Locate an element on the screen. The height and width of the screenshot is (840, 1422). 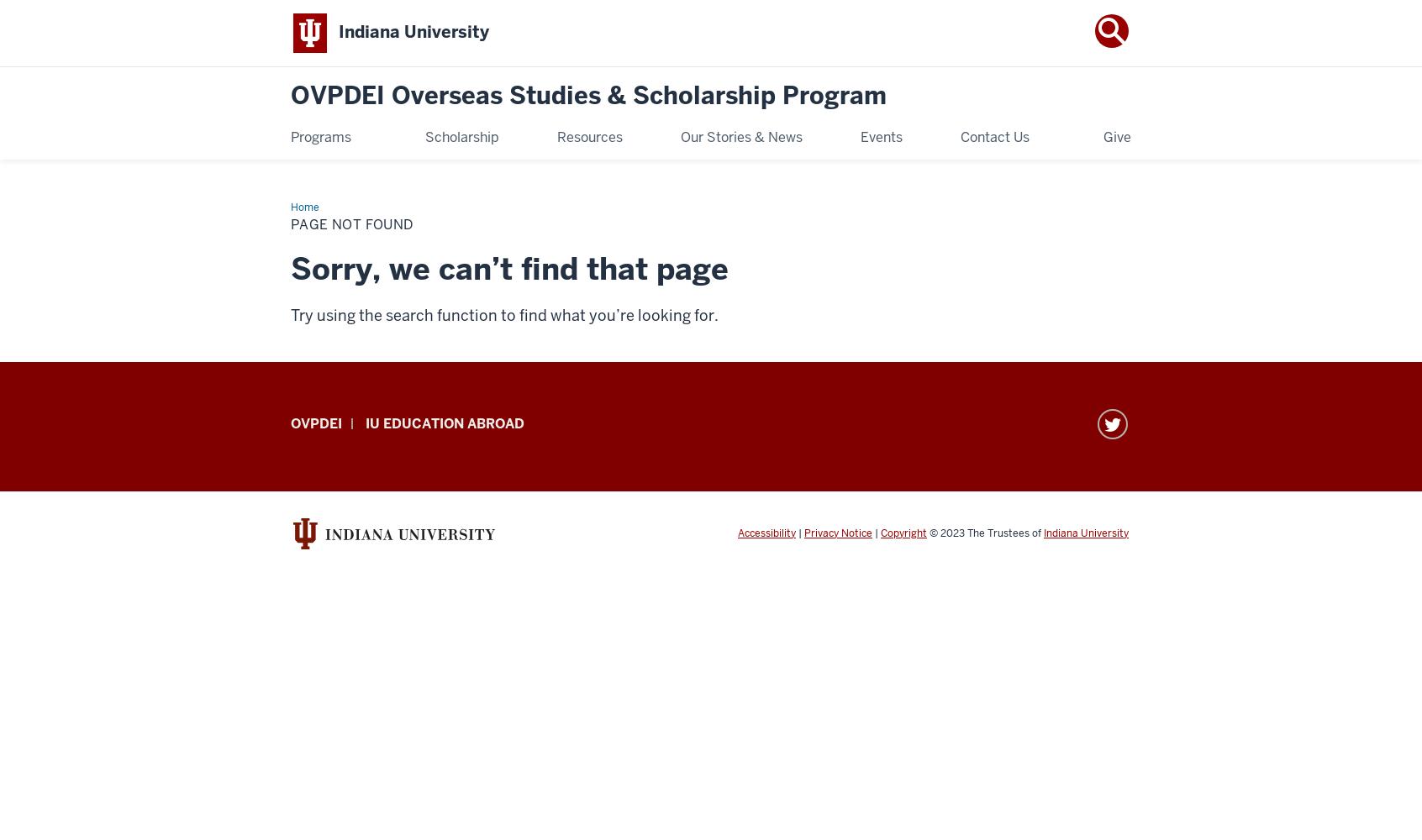
'Programs' is located at coordinates (321, 137).